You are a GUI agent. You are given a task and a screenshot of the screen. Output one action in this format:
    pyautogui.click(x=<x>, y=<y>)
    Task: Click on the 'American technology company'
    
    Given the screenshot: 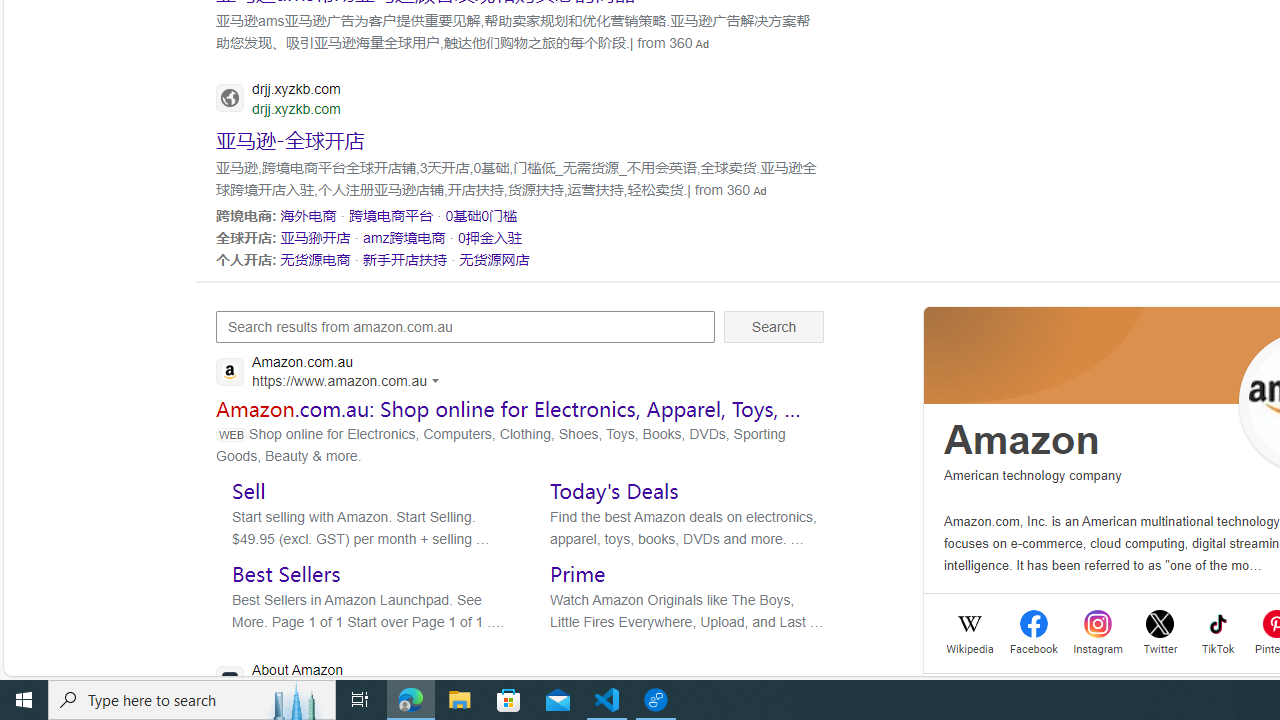 What is the action you would take?
    pyautogui.click(x=1033, y=475)
    